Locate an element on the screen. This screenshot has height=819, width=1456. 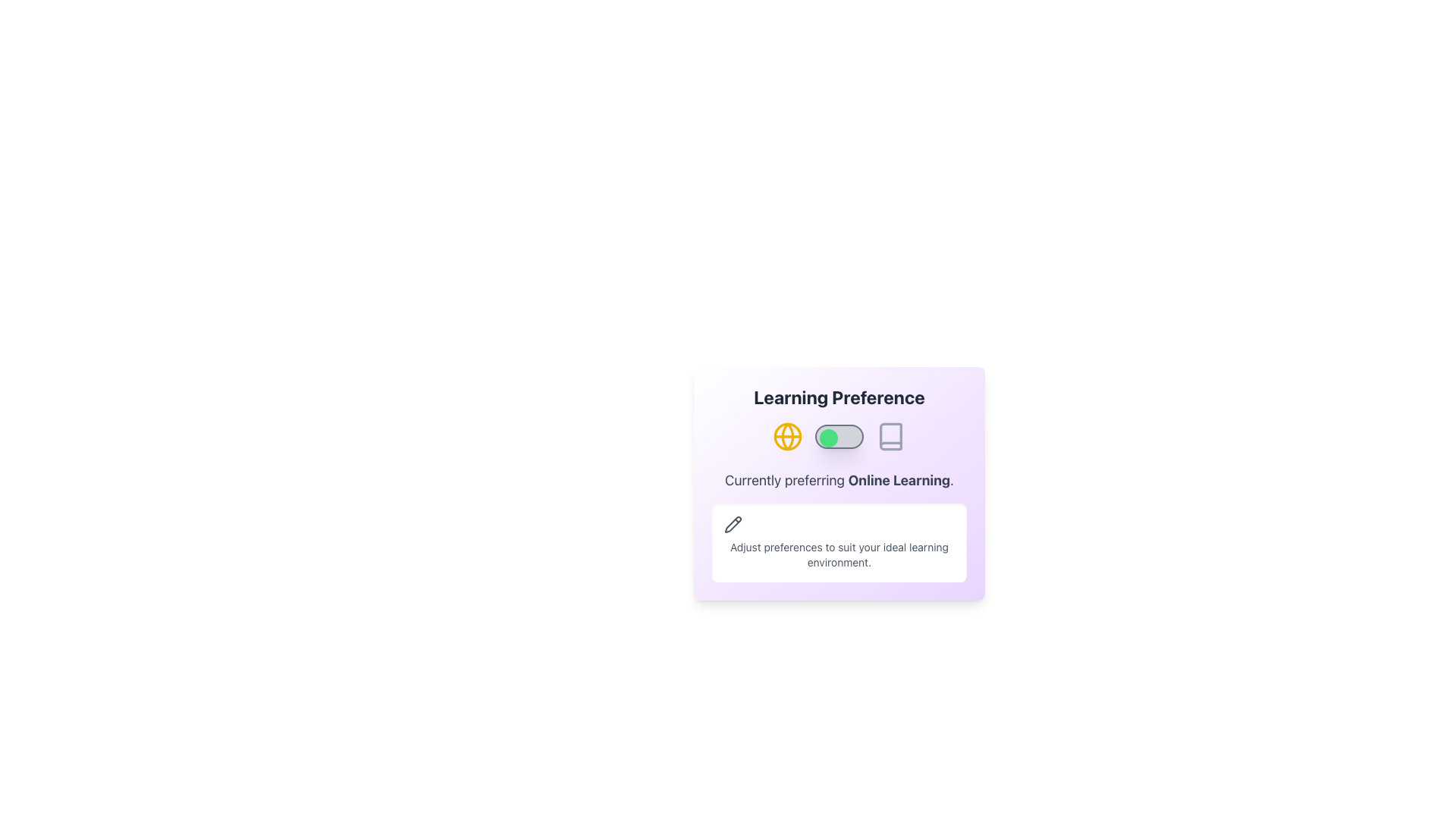
the pencil icon representing the editing tool for adjusting learning mode preferences is located at coordinates (732, 522).